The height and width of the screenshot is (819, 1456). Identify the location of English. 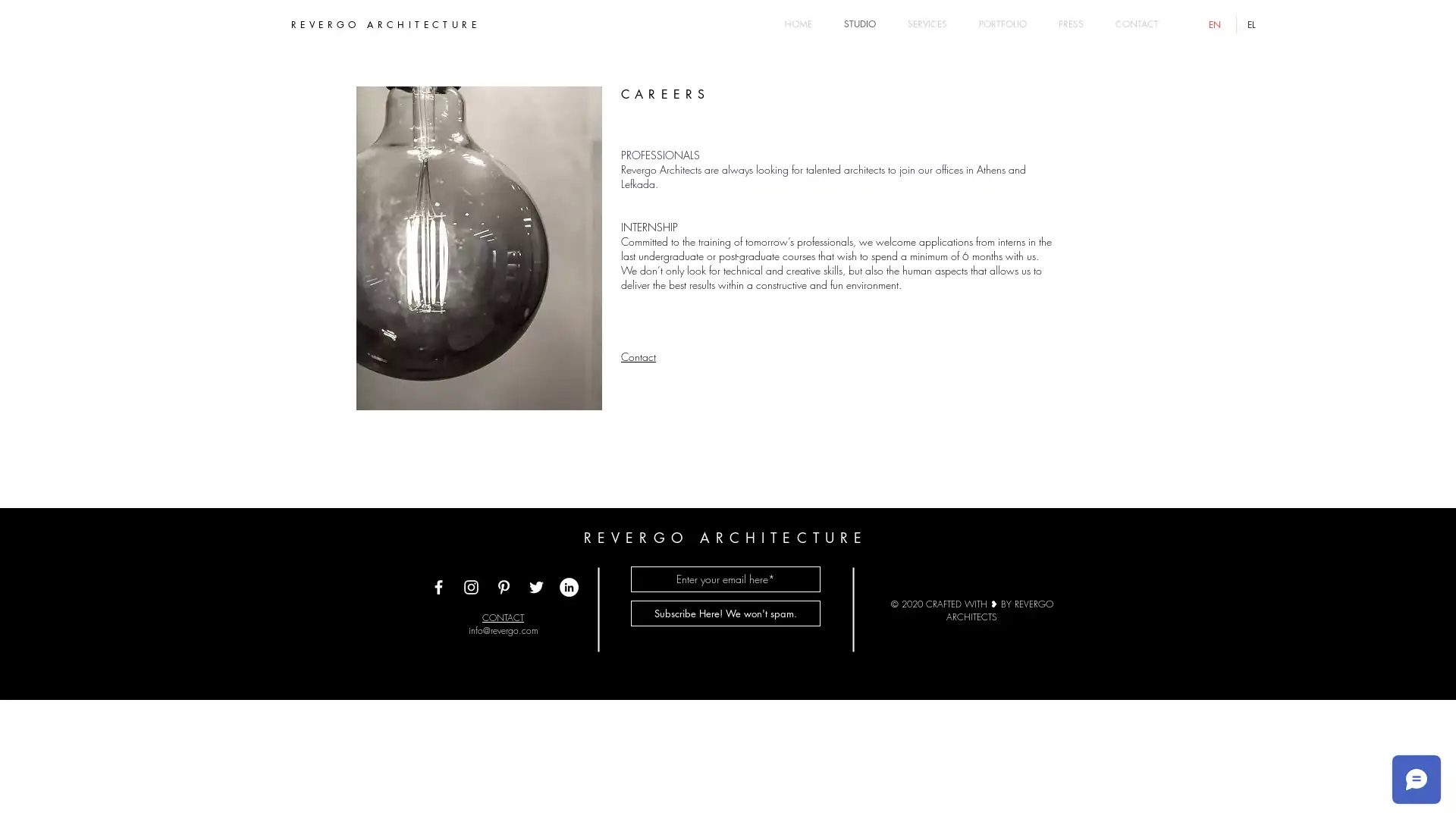
(1216, 25).